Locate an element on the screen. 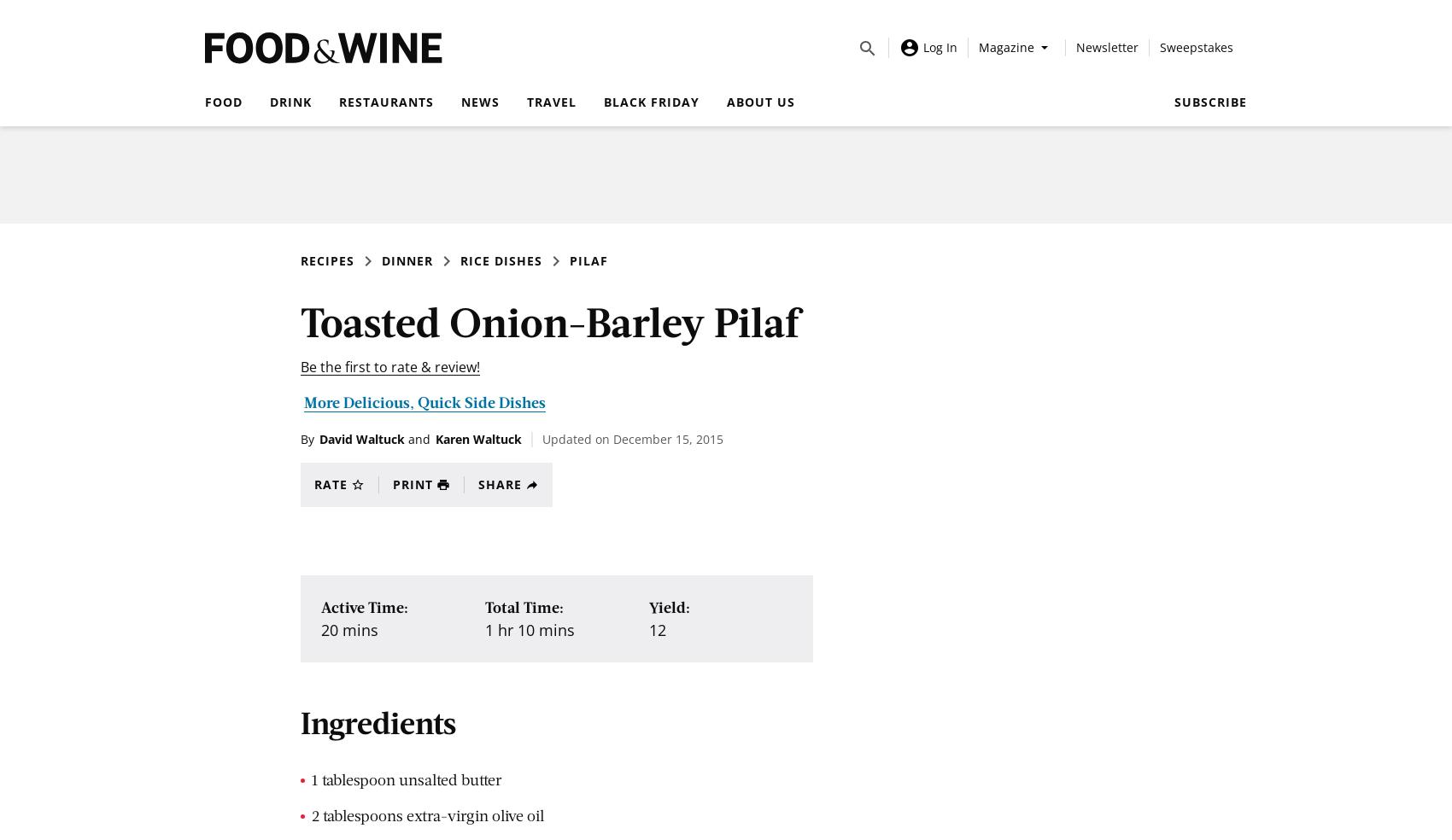 The image size is (1452, 840). 'Updated on December 15, 2015' is located at coordinates (633, 438).